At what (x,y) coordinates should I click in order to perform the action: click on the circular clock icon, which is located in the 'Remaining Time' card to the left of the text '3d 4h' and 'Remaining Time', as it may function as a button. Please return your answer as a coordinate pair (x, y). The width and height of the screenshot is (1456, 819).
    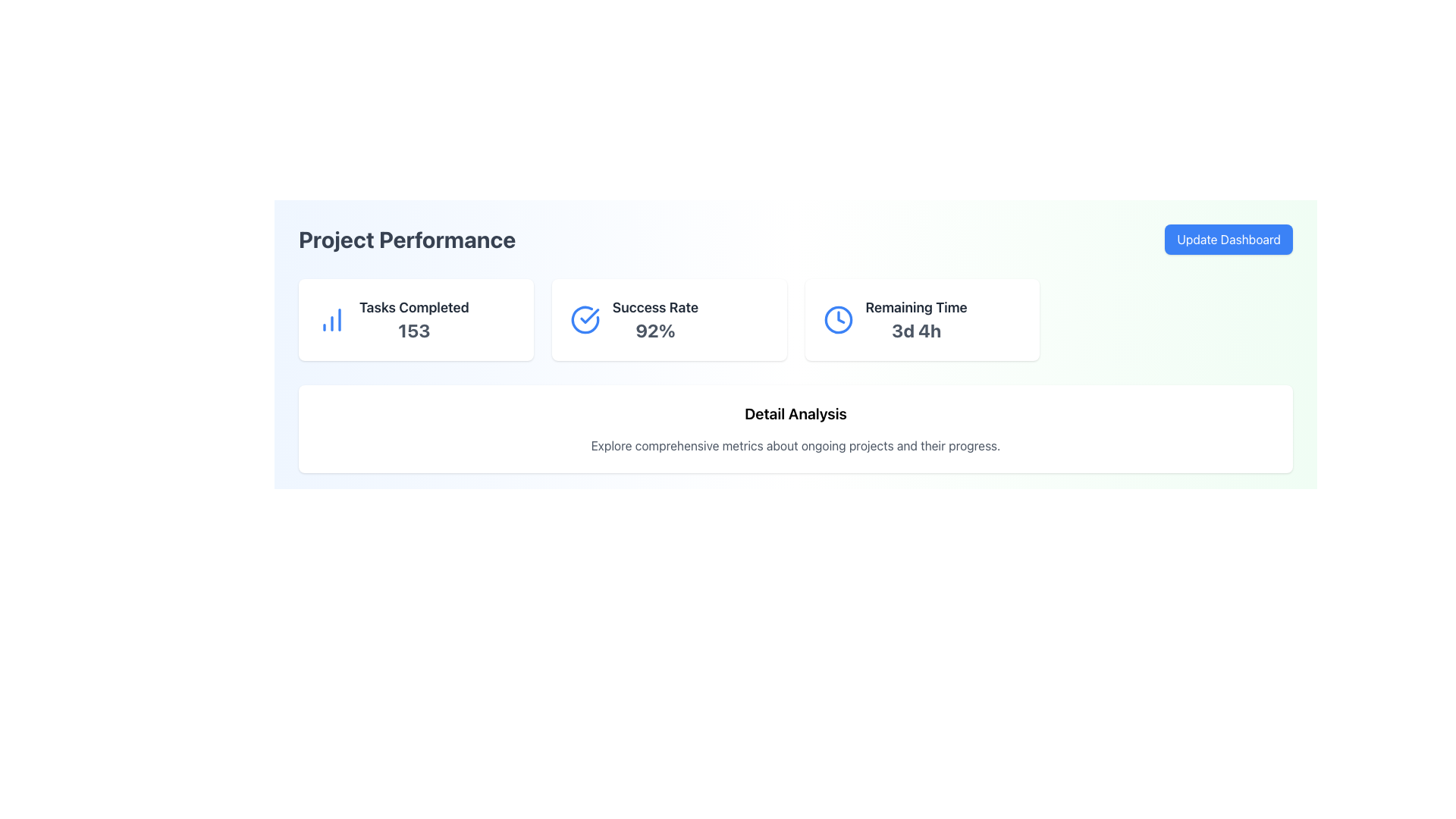
    Looking at the image, I should click on (837, 318).